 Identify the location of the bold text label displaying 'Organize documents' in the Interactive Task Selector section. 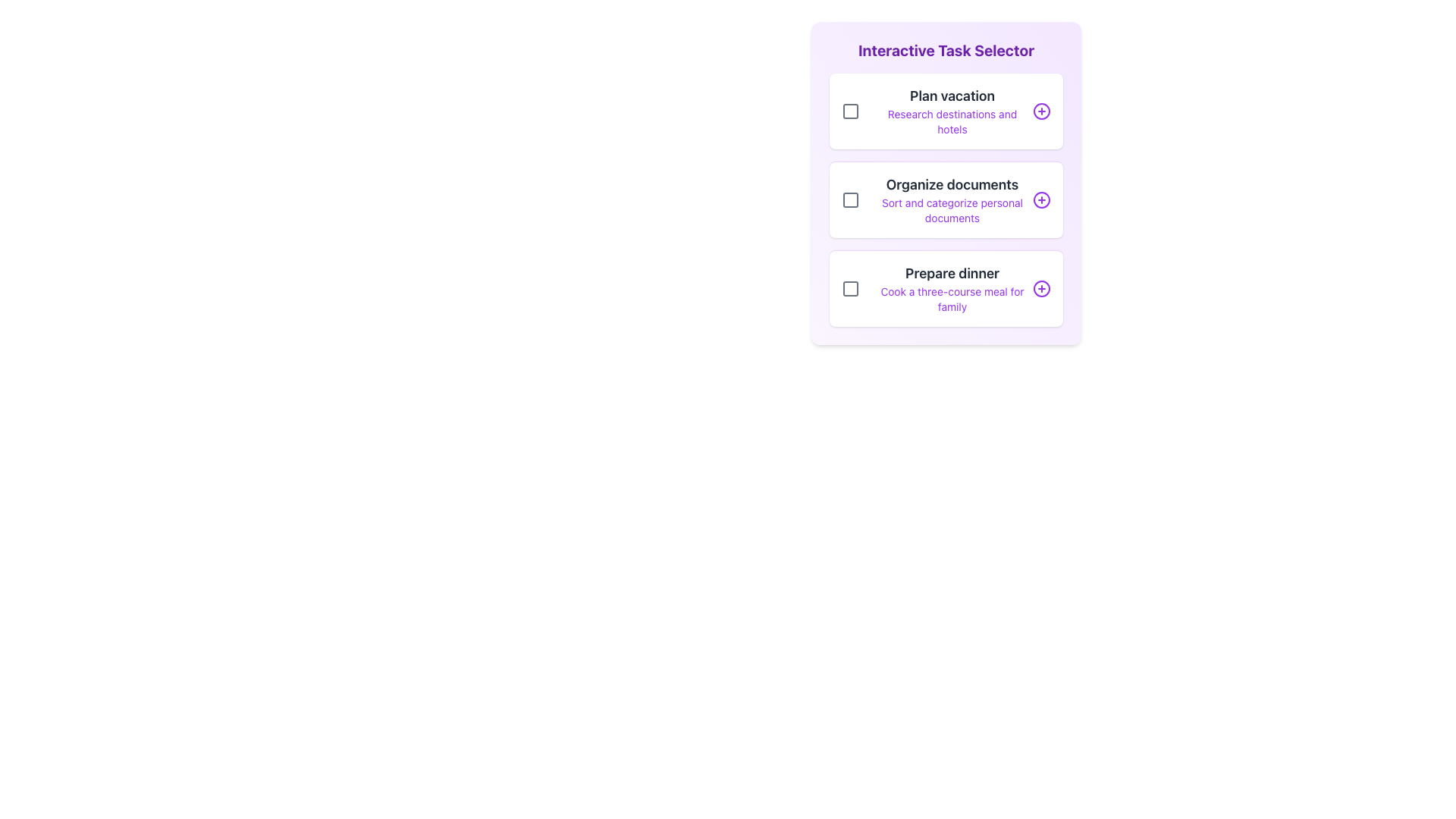
(952, 184).